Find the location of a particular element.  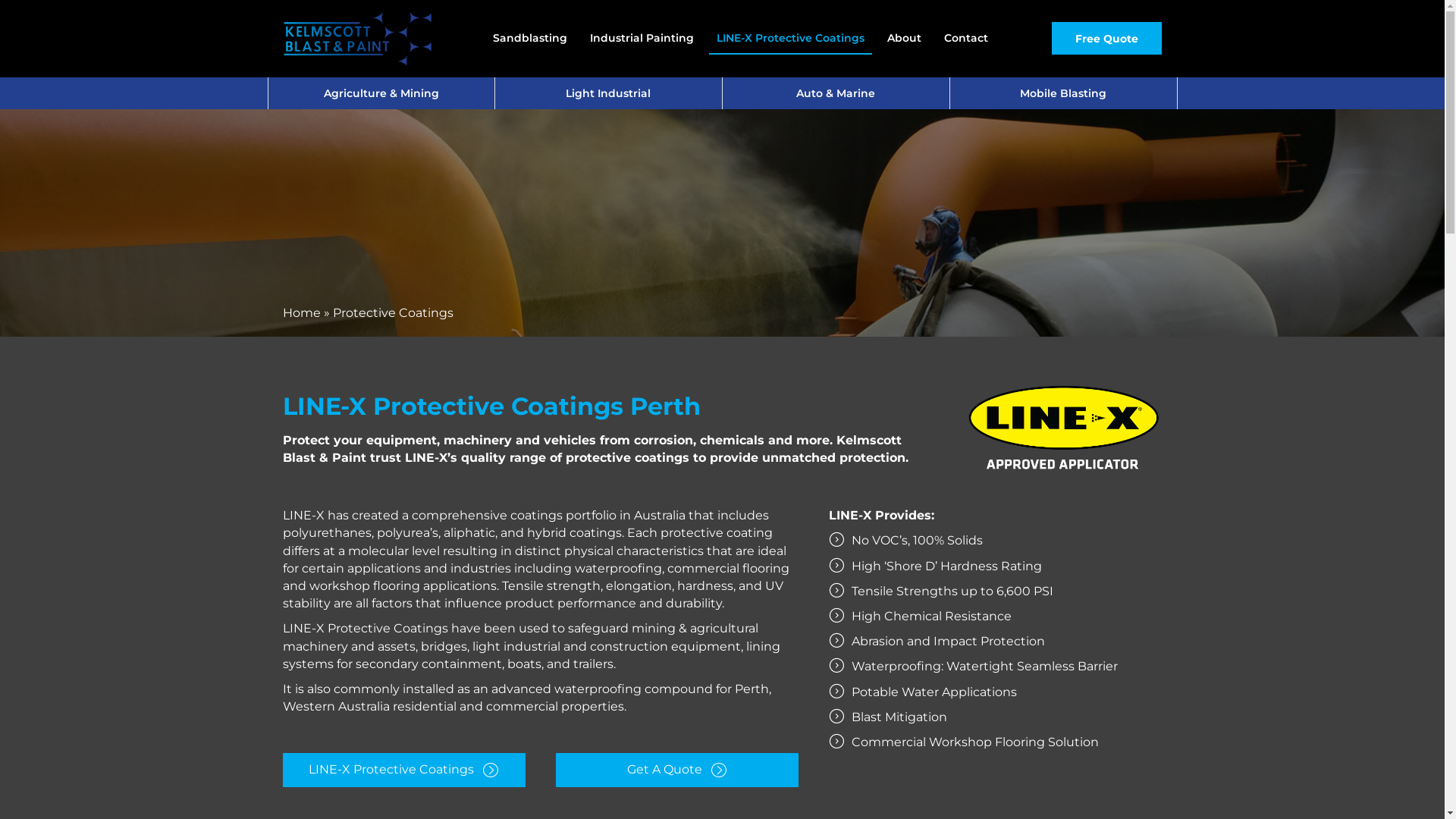

'Free Quote' is located at coordinates (1106, 37).